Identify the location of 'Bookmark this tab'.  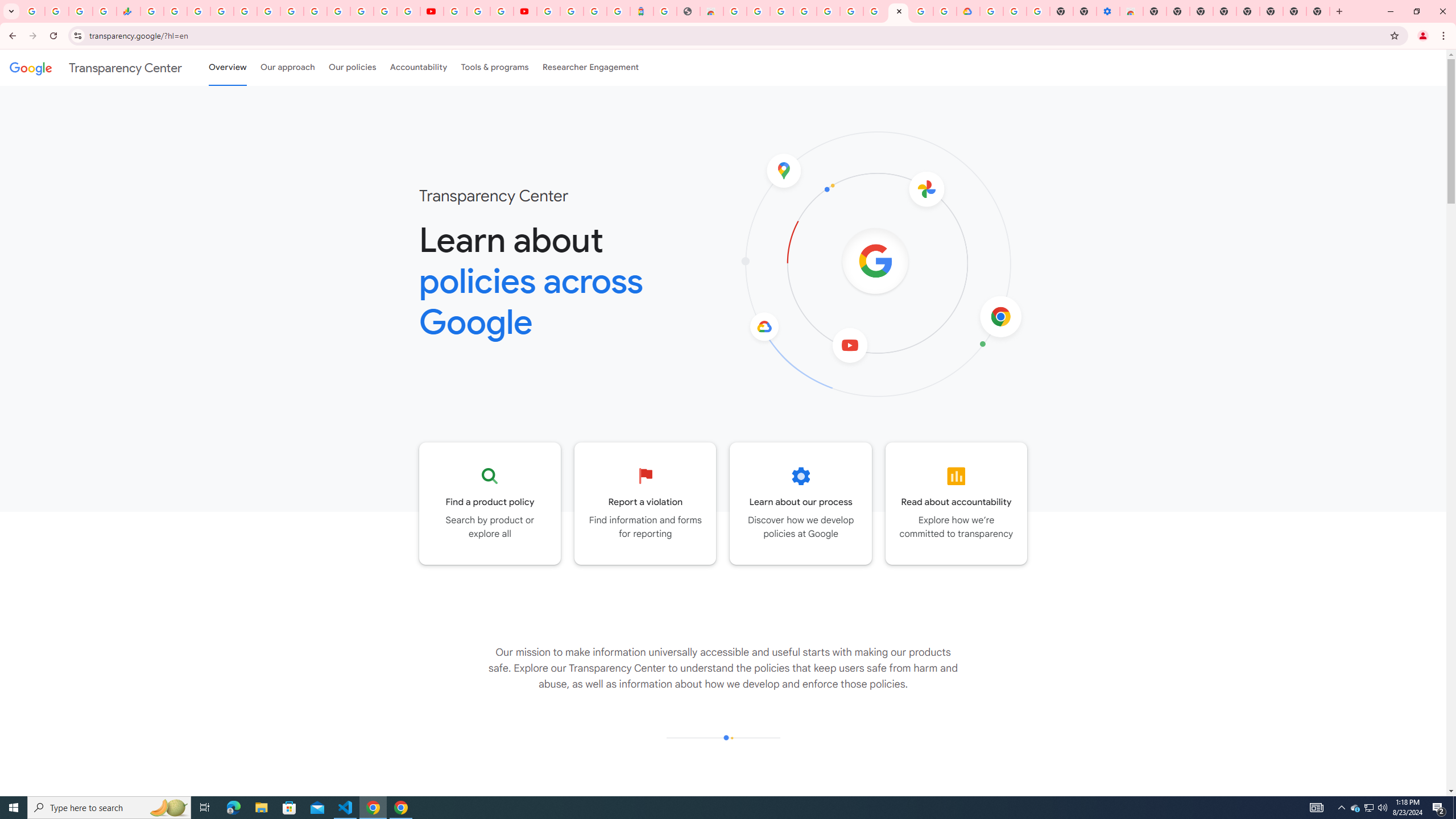
(1393, 35).